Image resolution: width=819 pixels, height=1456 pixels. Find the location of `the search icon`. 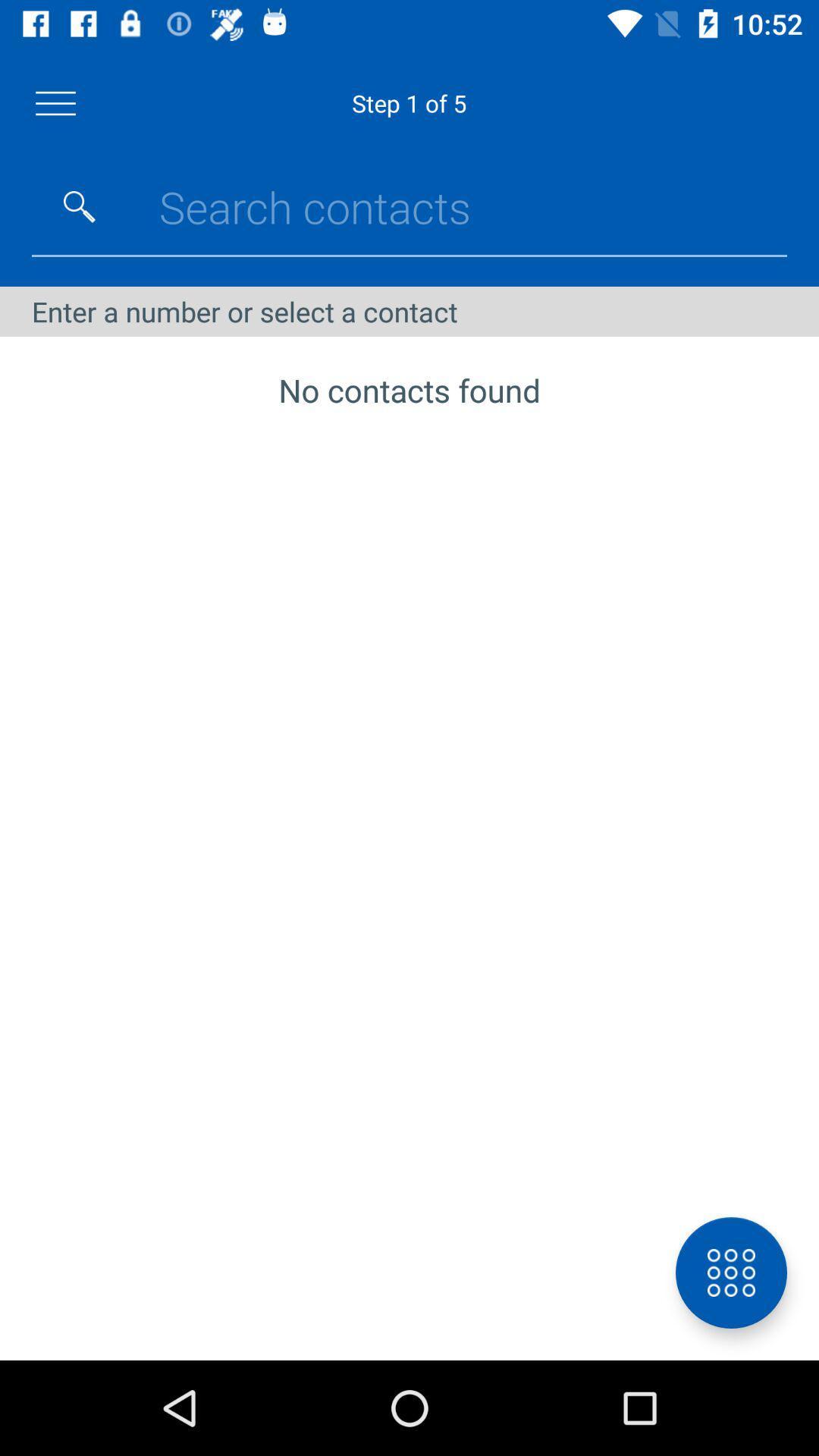

the search icon is located at coordinates (79, 206).